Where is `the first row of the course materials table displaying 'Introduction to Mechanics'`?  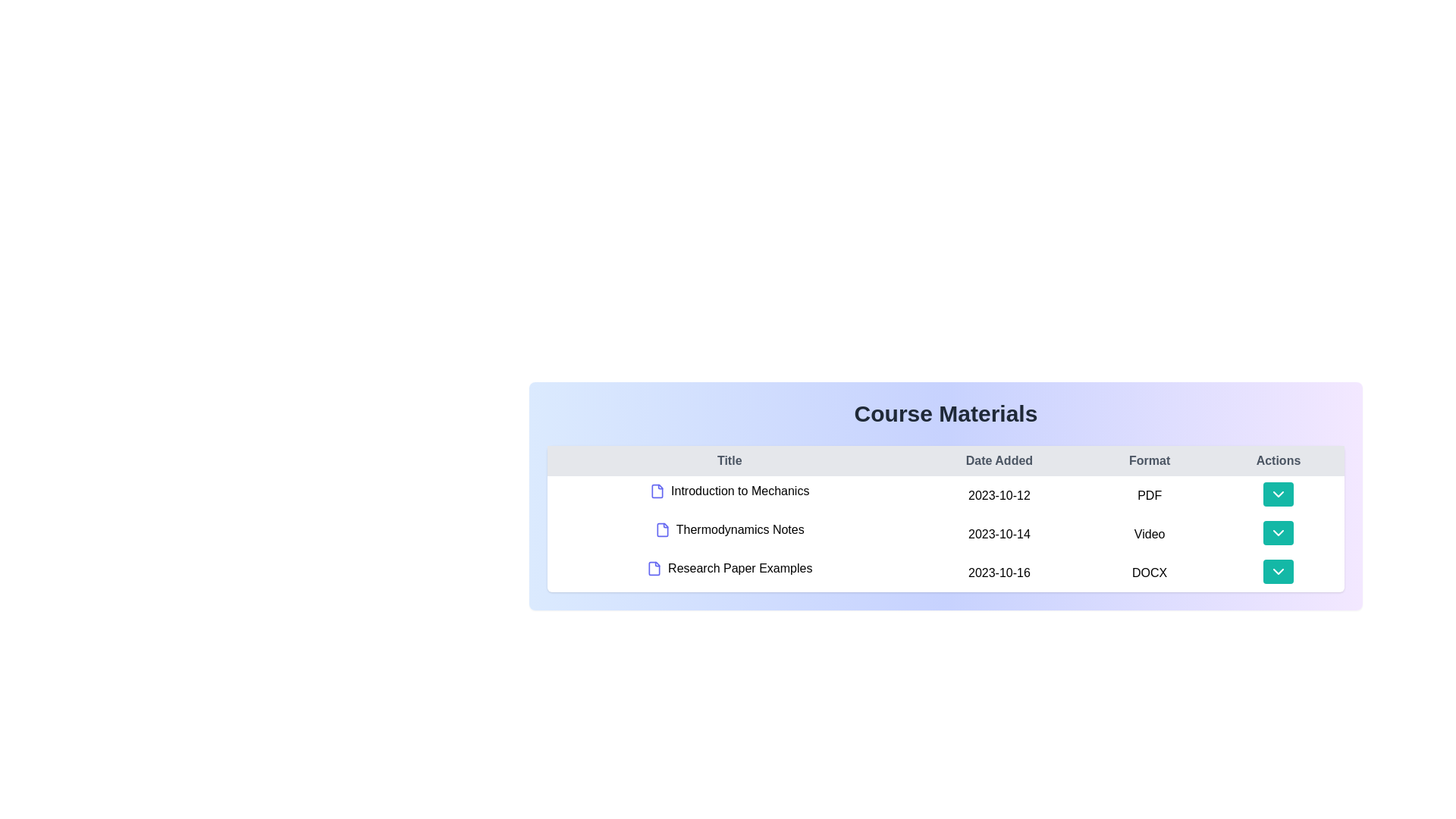 the first row of the course materials table displaying 'Introduction to Mechanics' is located at coordinates (945, 495).